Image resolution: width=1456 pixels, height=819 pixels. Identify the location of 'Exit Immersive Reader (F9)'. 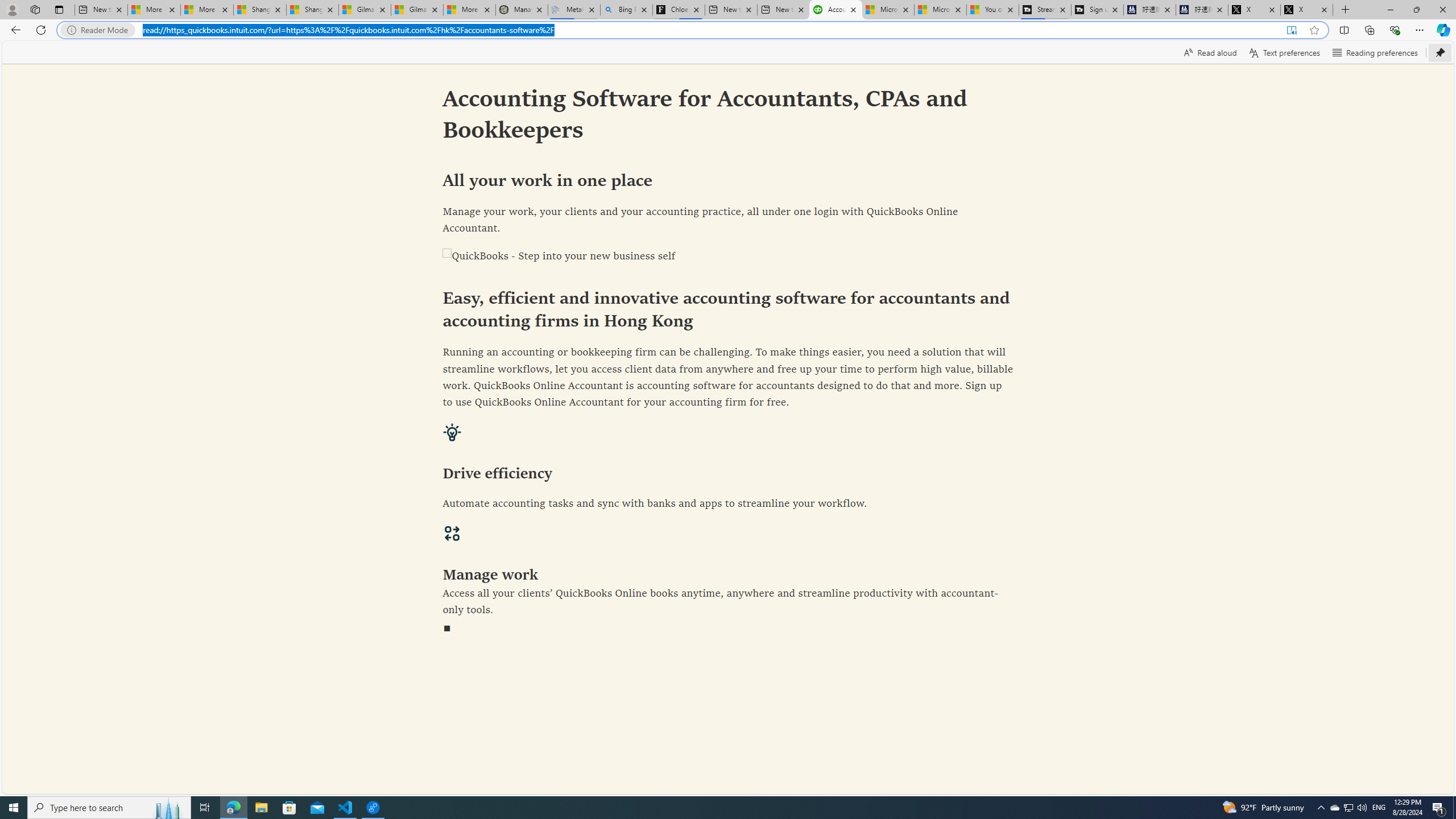
(1291, 30).